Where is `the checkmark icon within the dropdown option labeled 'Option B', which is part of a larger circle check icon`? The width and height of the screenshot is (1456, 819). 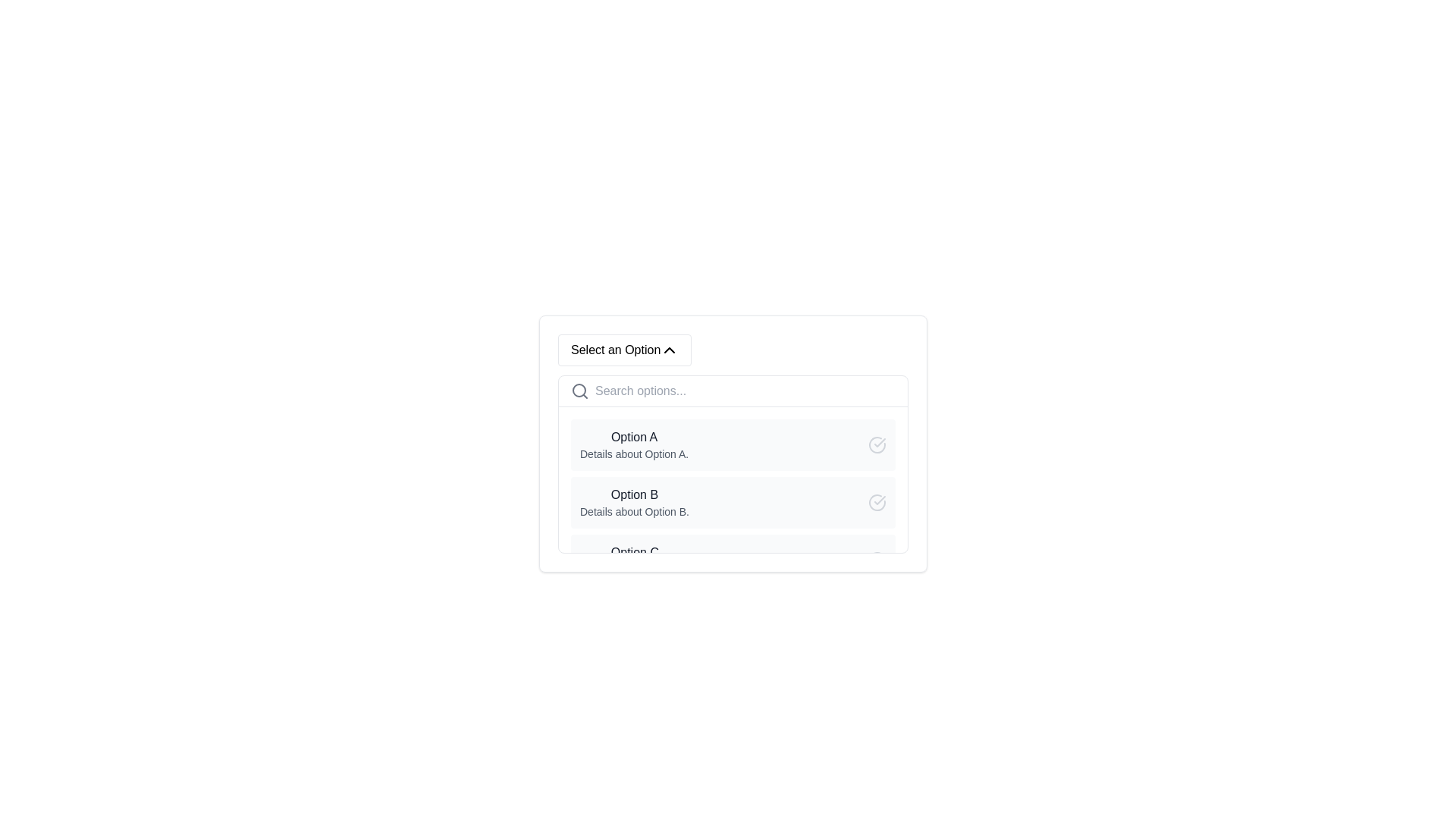 the checkmark icon within the dropdown option labeled 'Option B', which is part of a larger circle check icon is located at coordinates (880, 442).